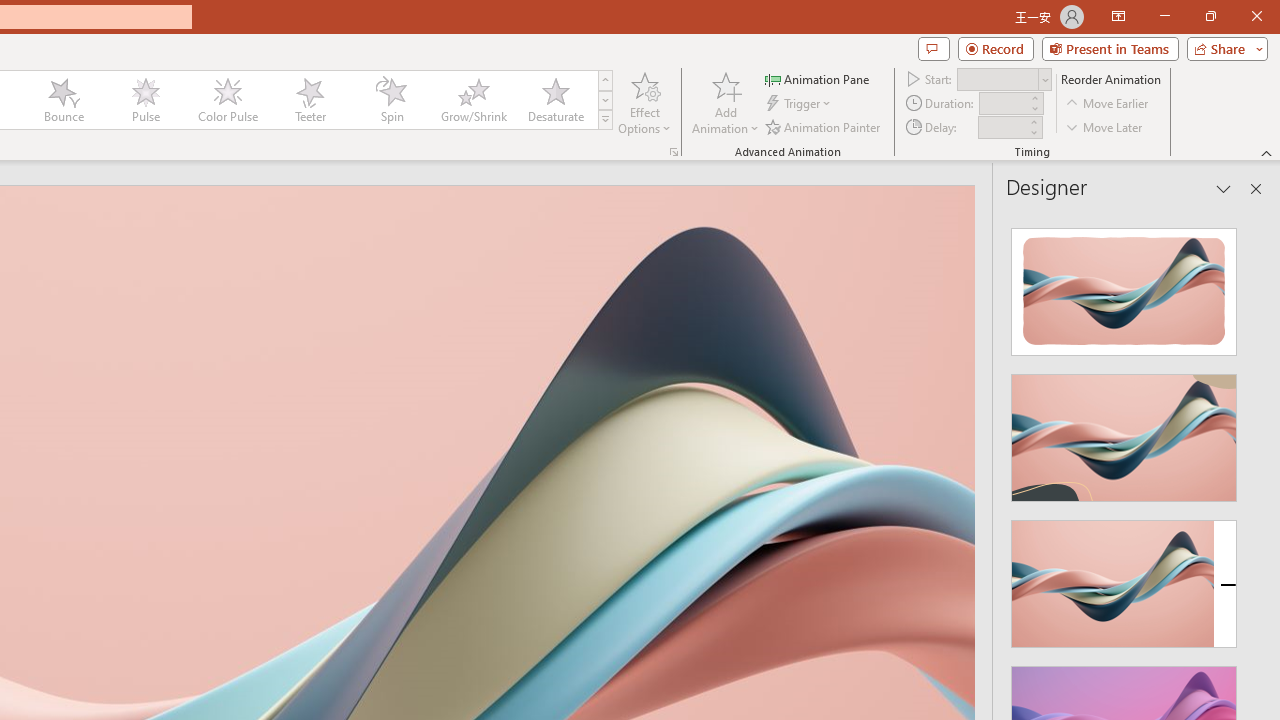 Image resolution: width=1280 pixels, height=720 pixels. I want to click on 'Recommended Design: Design Idea', so click(1124, 286).